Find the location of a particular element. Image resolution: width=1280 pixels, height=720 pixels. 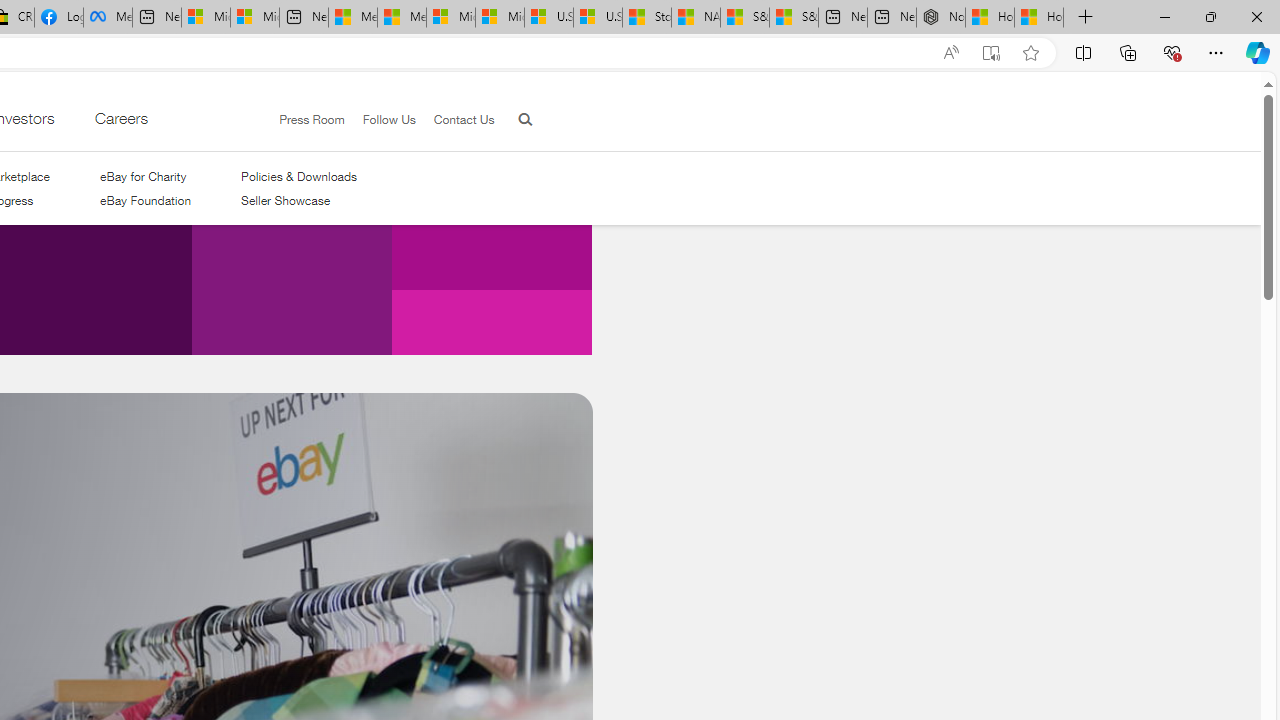

'eBay Foundation' is located at coordinates (144, 201).